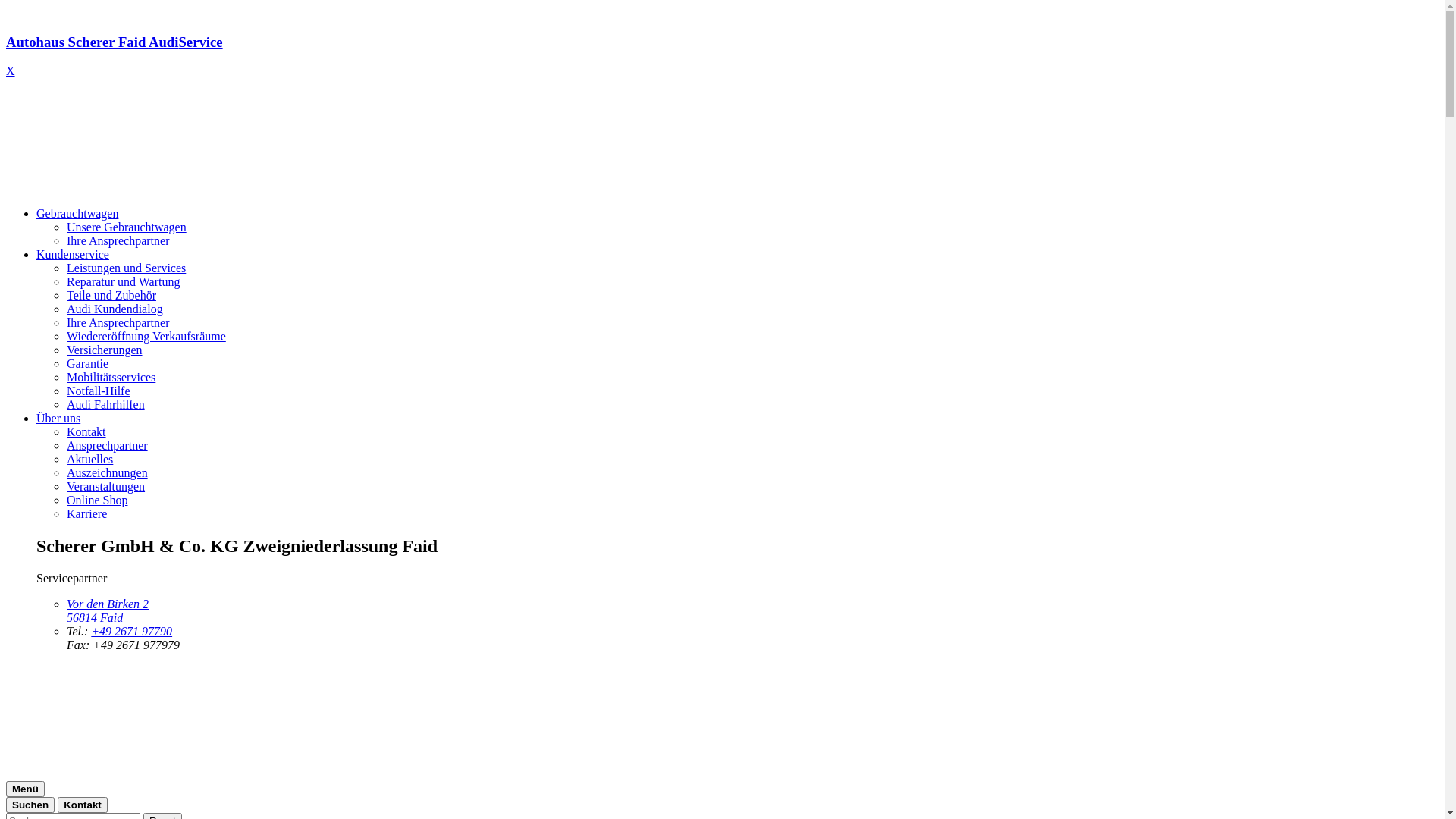 The image size is (1456, 819). Describe the element at coordinates (65, 458) in the screenshot. I see `'Aktuelles'` at that location.